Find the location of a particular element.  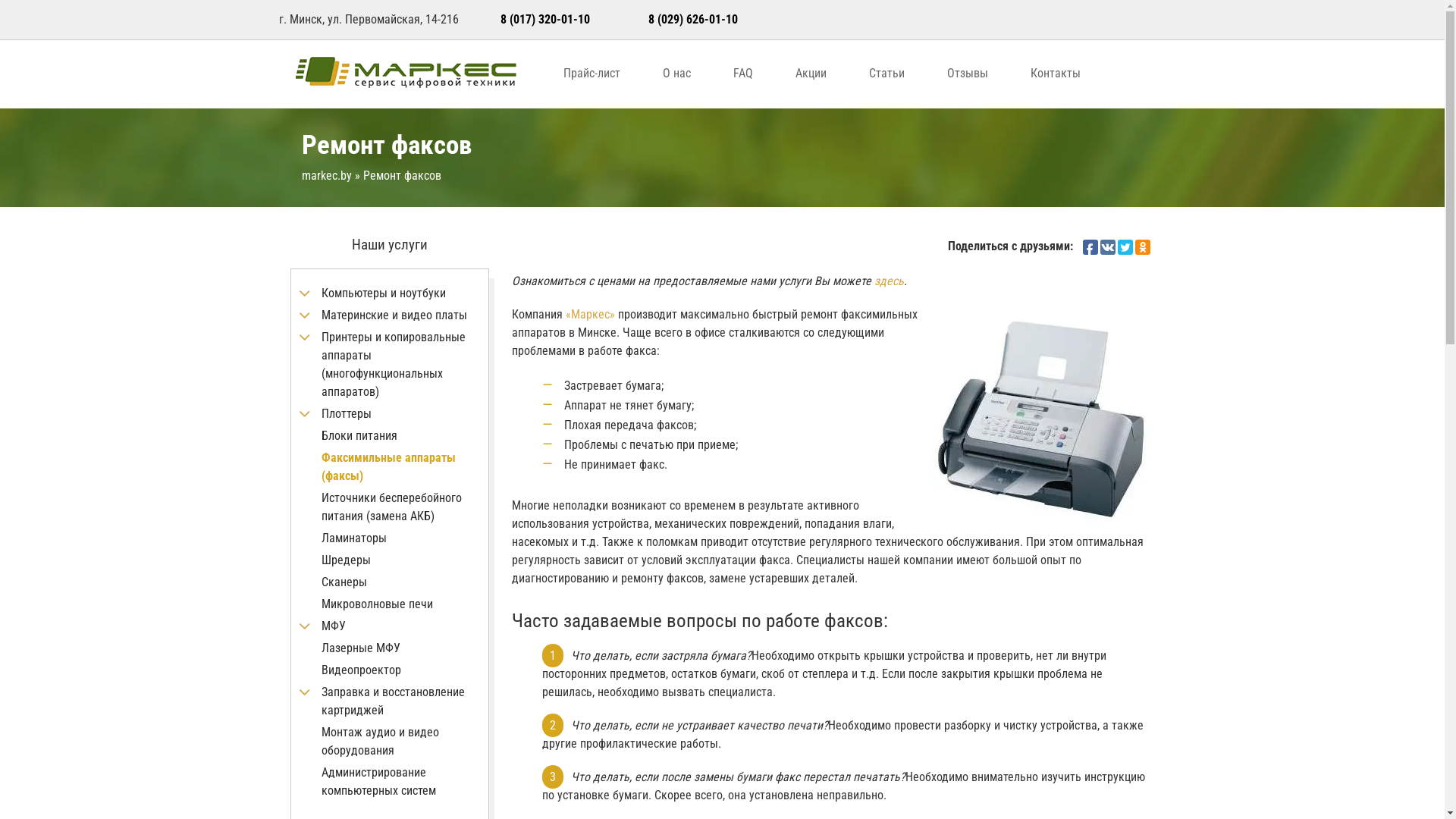

'FAQ' is located at coordinates (742, 73).